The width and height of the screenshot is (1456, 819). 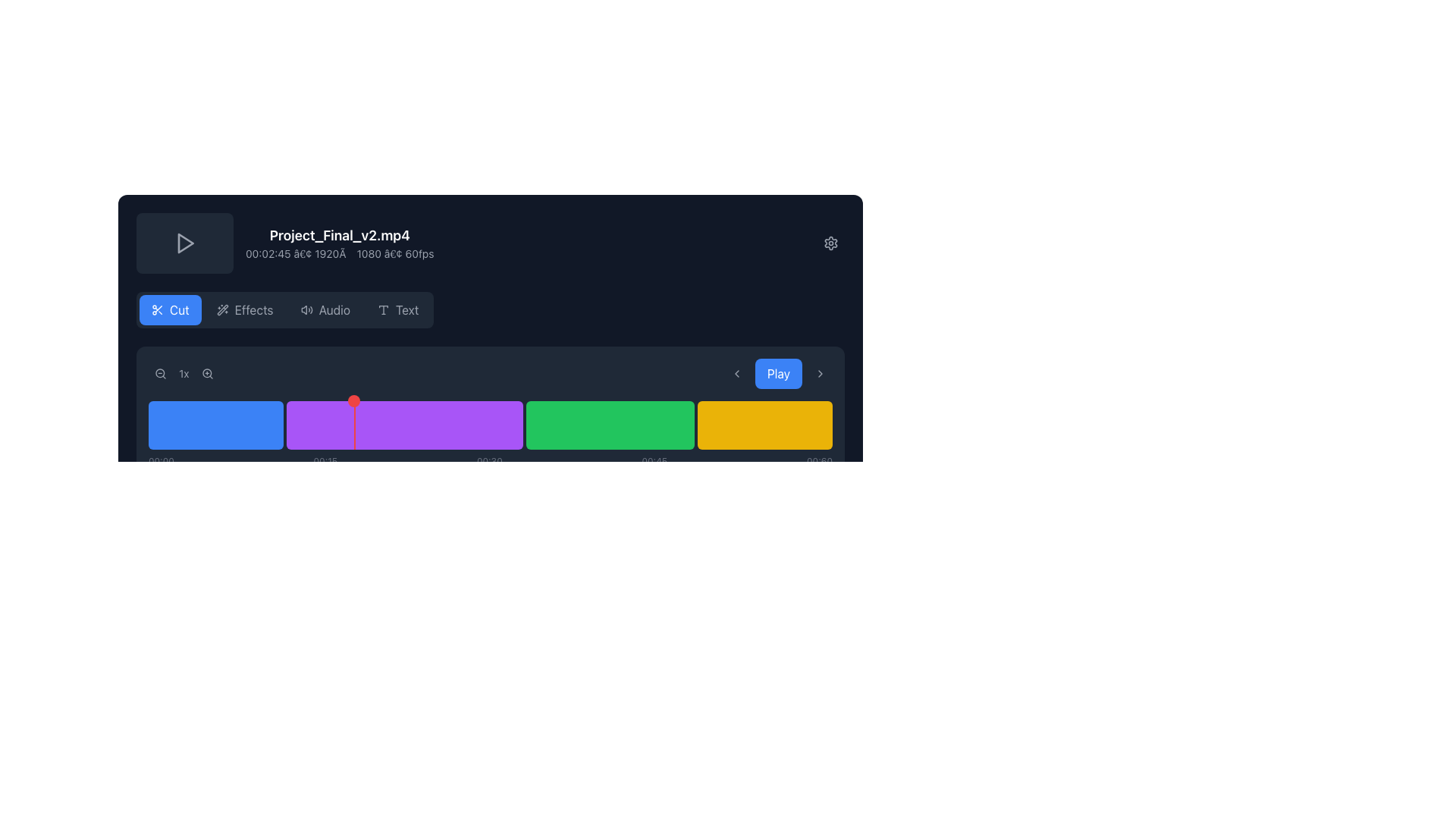 I want to click on the small interactive button with a gray background and rounded edges, located above the rightmost yellow segment in the timeline section, so click(x=720, y=390).